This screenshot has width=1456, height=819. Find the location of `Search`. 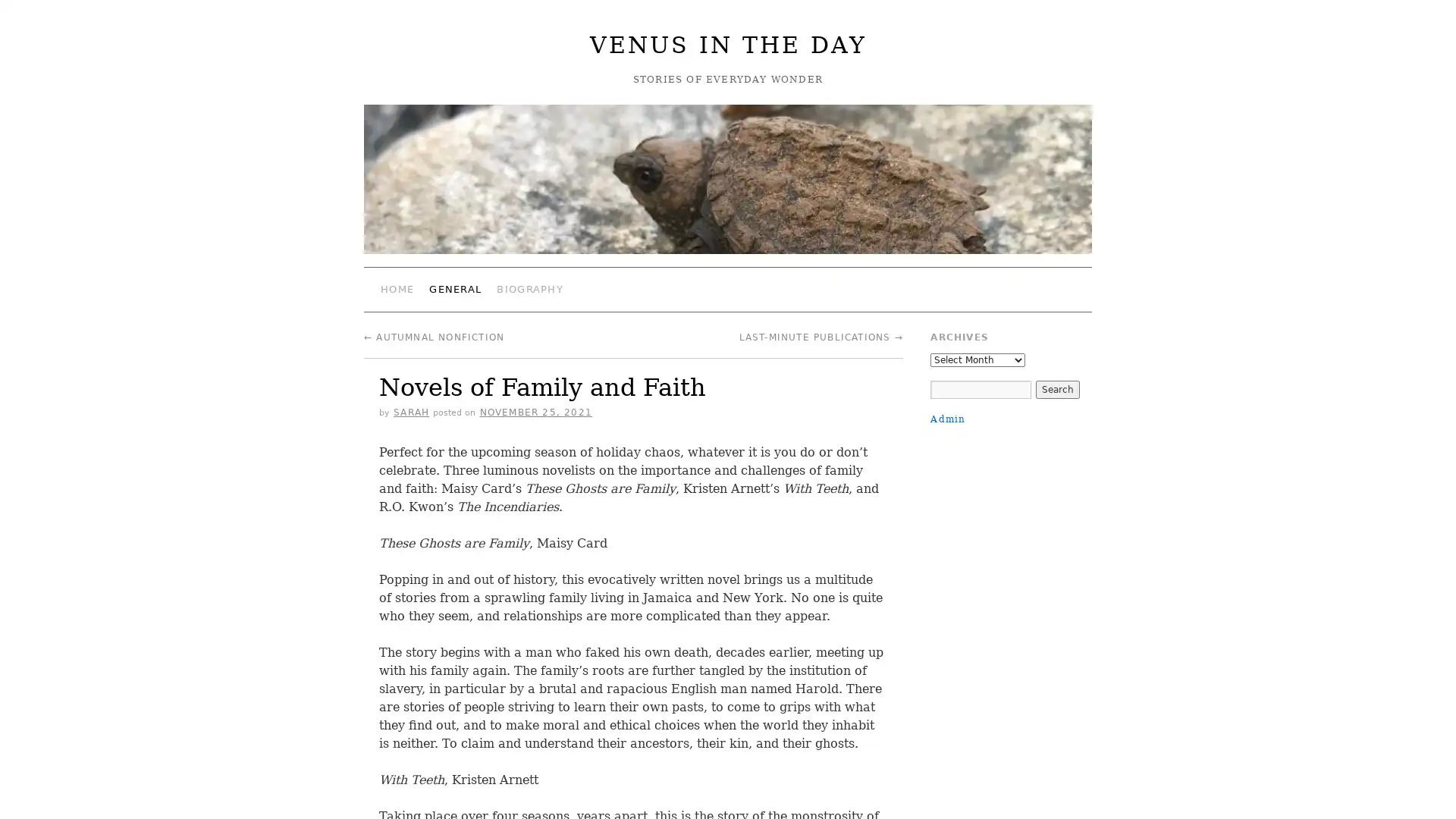

Search is located at coordinates (1056, 388).